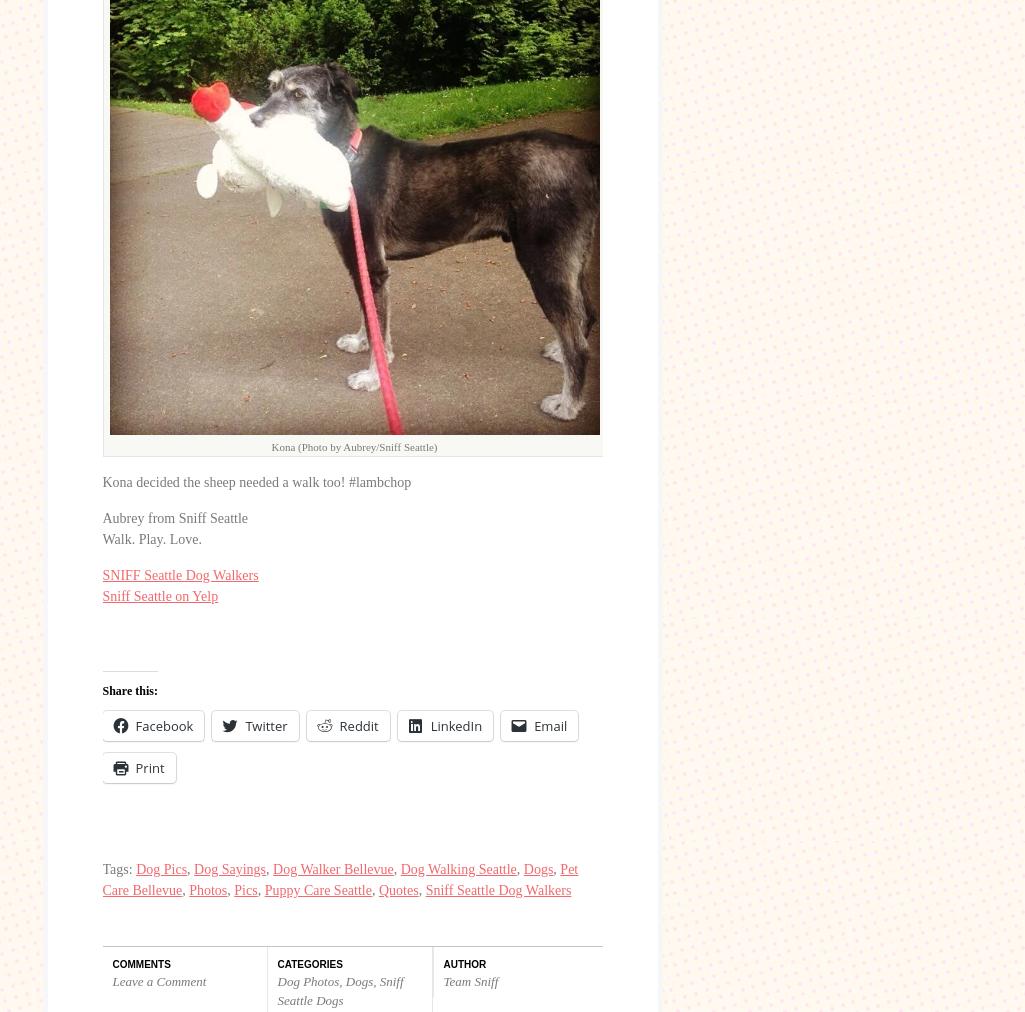 The width and height of the screenshot is (1025, 1012). I want to click on 'SNIFF Seattle Dog Walkers', so click(101, 574).